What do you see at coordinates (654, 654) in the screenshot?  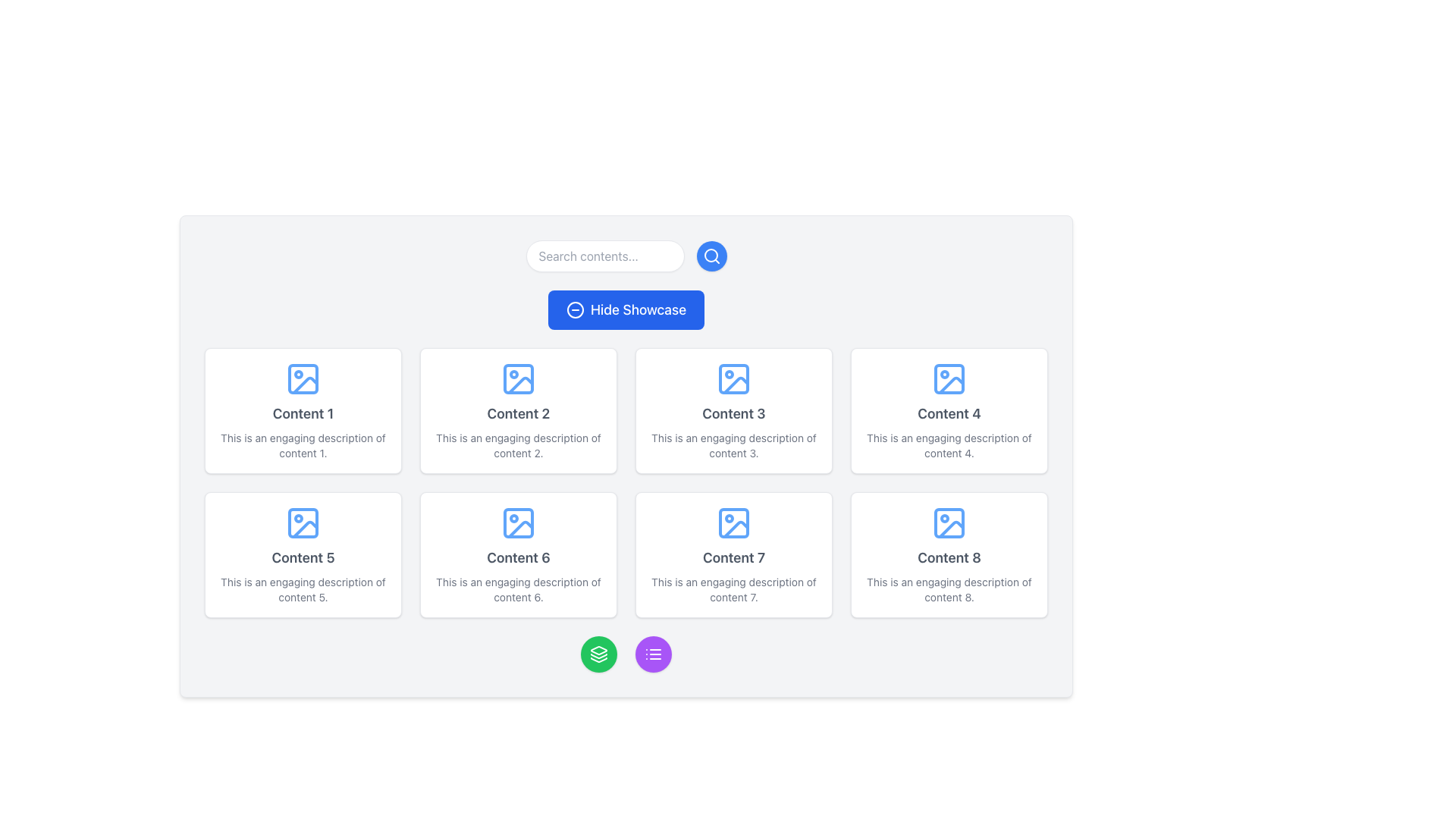 I see `the purple circular icon button located at the bottom right of the layout` at bounding box center [654, 654].